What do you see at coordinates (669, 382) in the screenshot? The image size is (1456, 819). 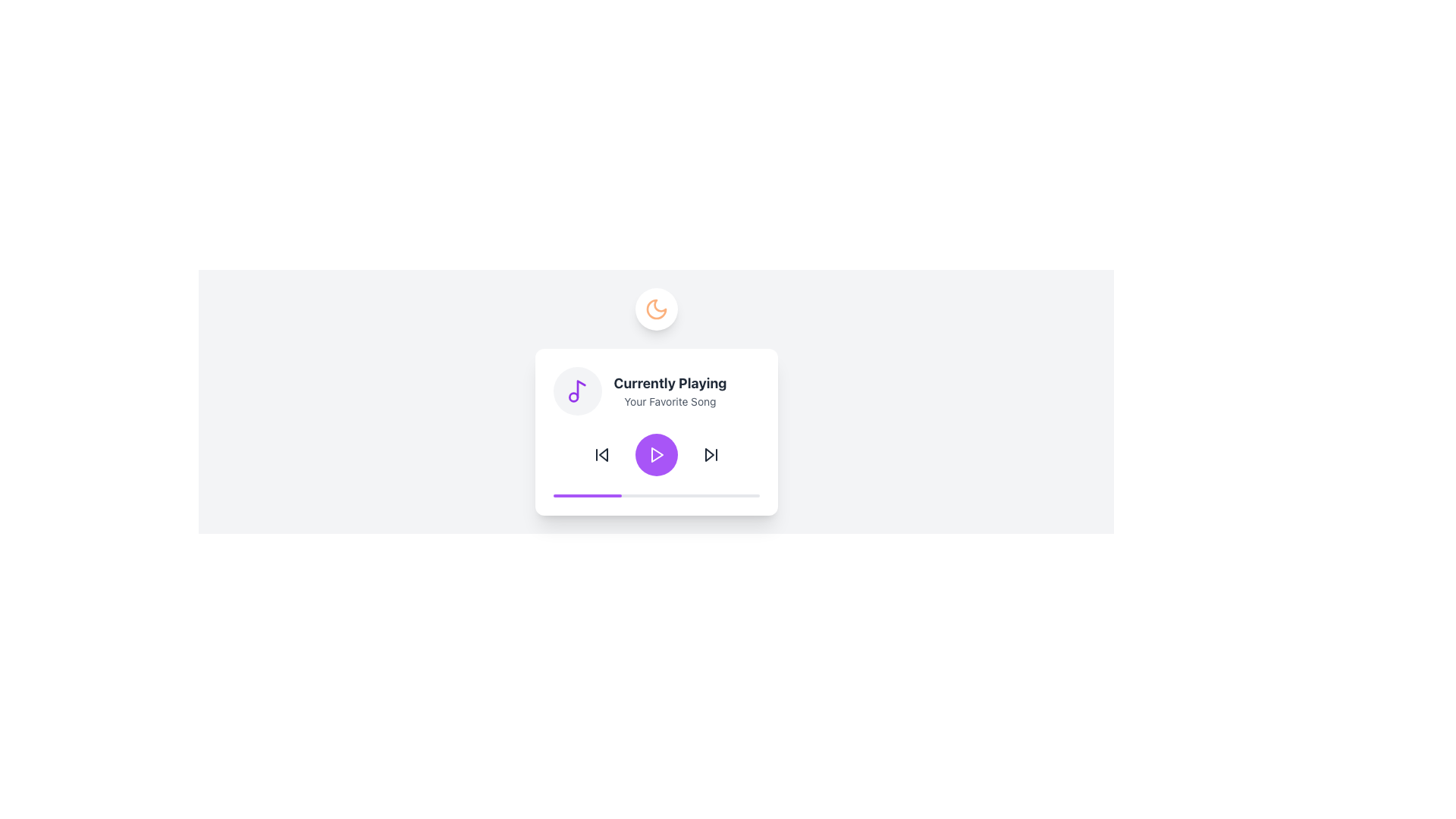 I see `the bold text label reading 'Currently Playing' at the upper segment of the music player interface` at bounding box center [669, 382].